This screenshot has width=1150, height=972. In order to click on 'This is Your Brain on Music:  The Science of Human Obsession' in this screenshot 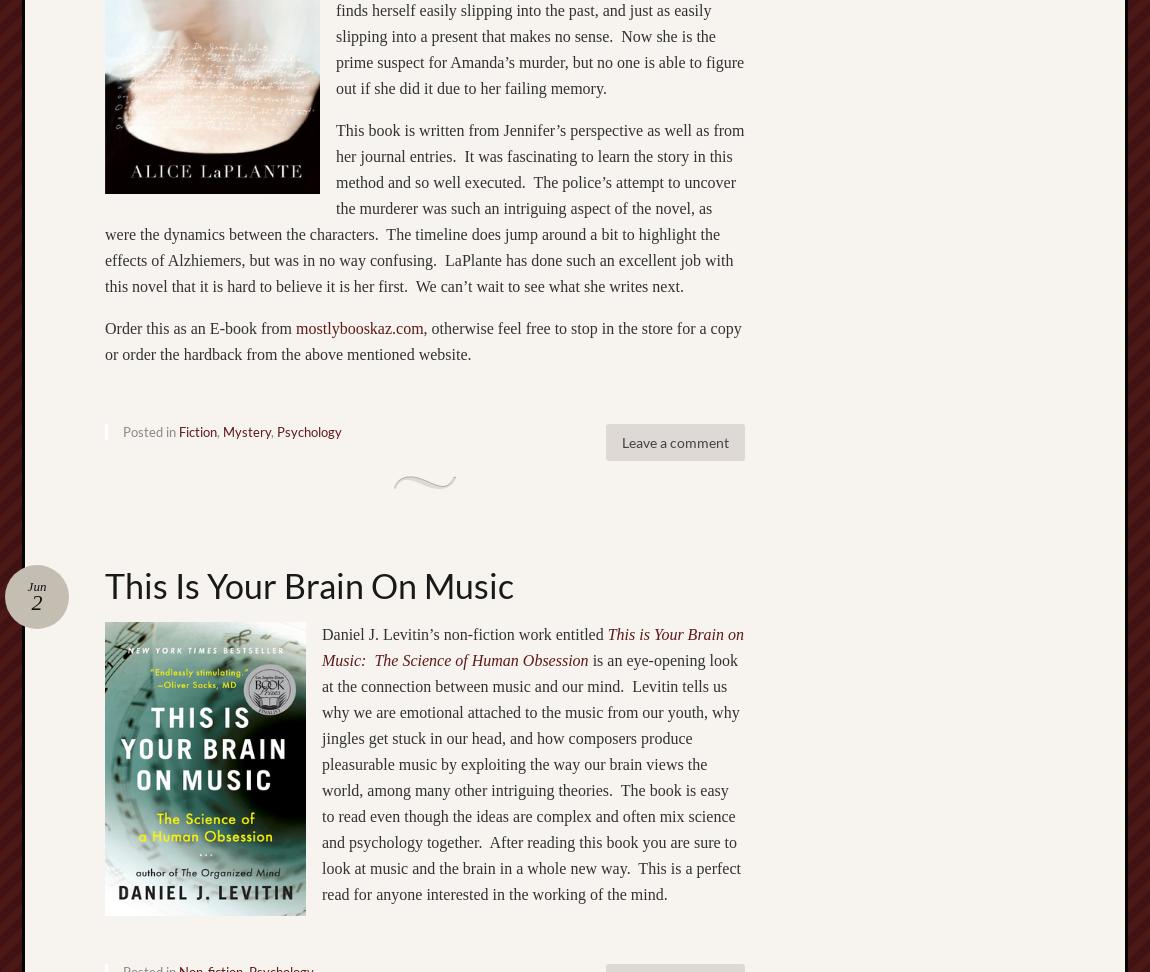, I will do `click(533, 646)`.